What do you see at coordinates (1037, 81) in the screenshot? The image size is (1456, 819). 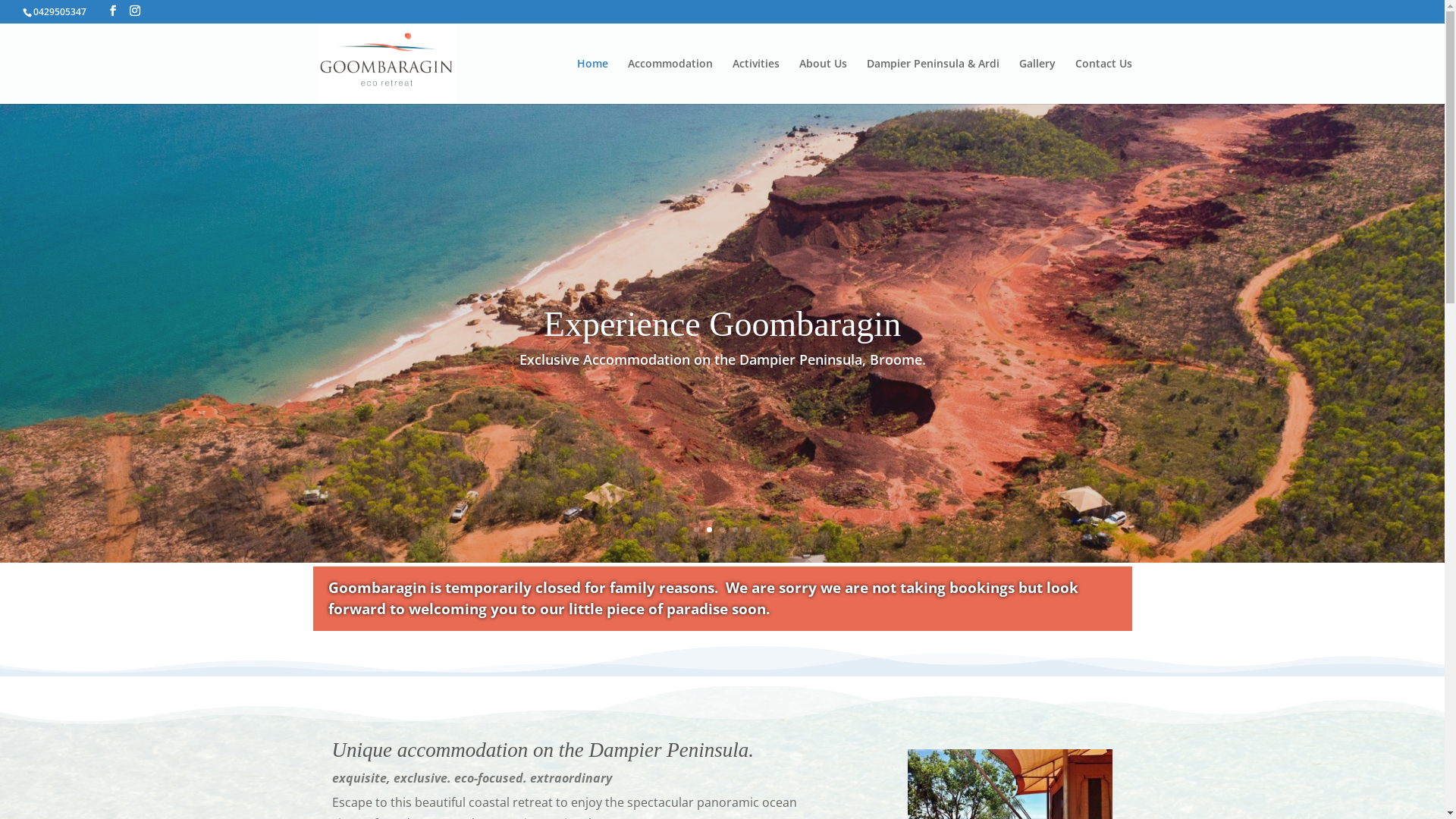 I see `'Gallery'` at bounding box center [1037, 81].